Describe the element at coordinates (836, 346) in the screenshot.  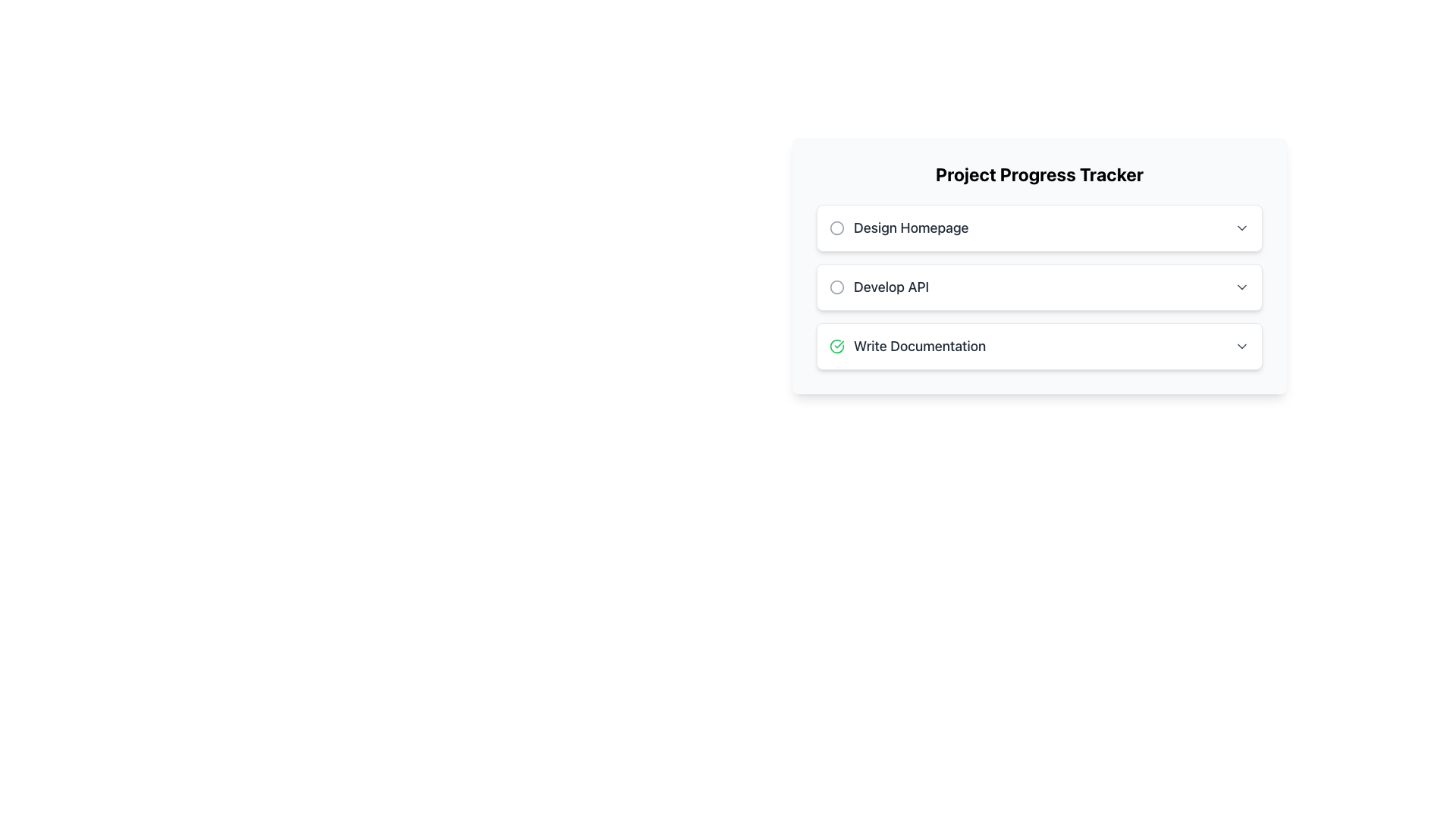
I see `the completion indicator icon located to the left of the 'Write Documentation' text` at that location.